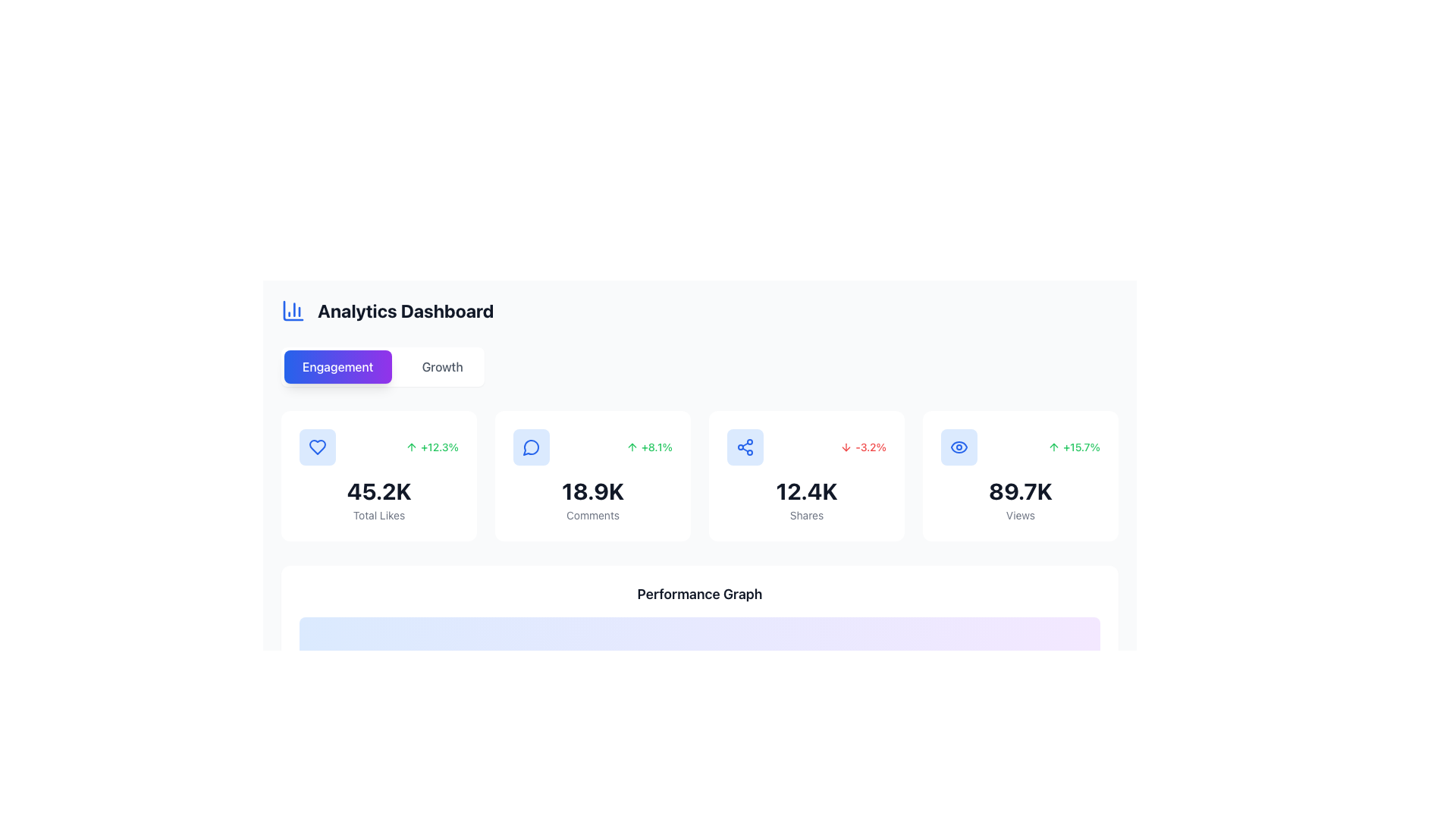  What do you see at coordinates (1020, 475) in the screenshot?
I see `the fourth Statistical information card in the dashboard` at bounding box center [1020, 475].